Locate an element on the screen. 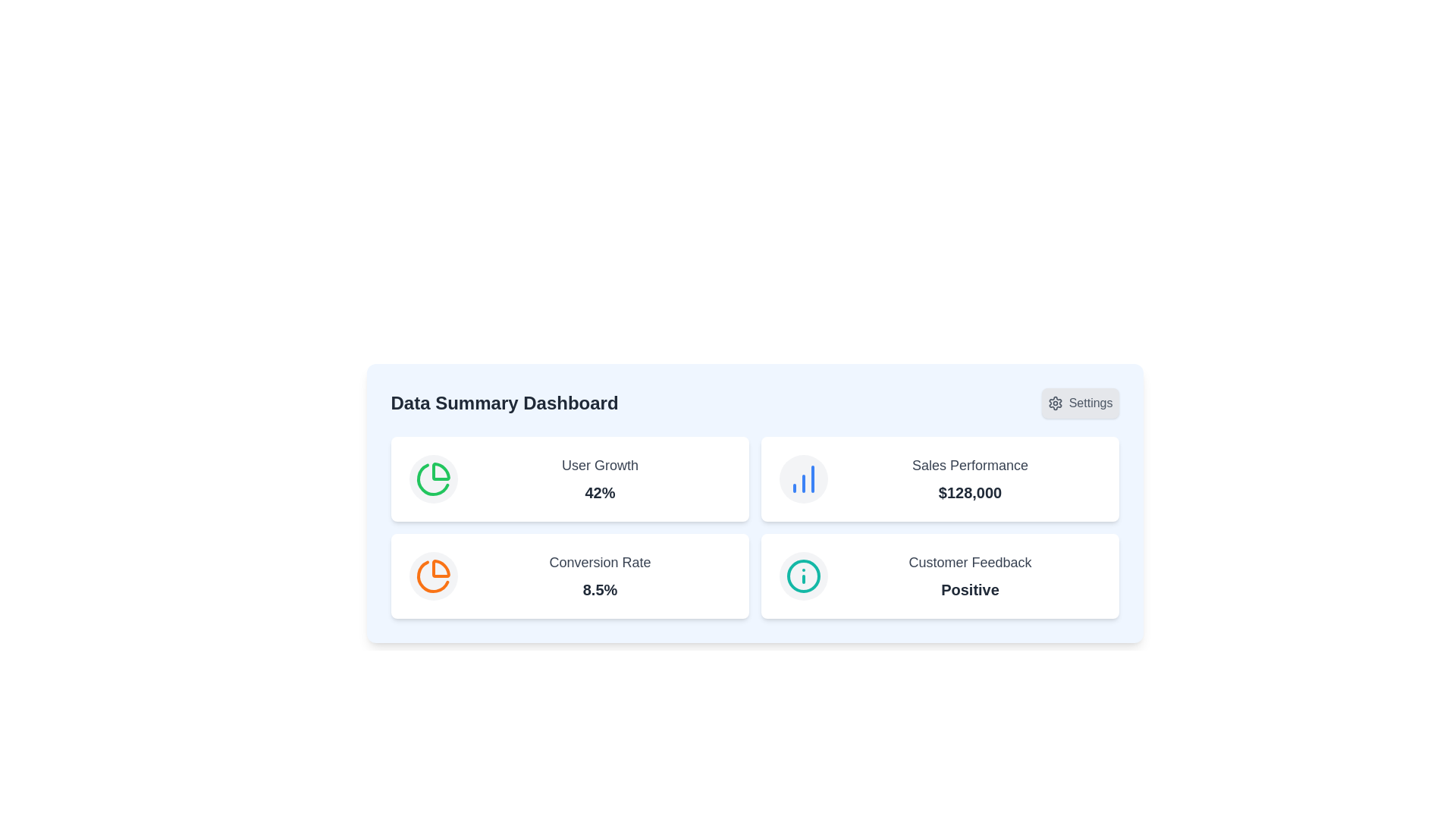 This screenshot has width=1456, height=819. the static text label indicating positive sentiment related to 'Customer Feedback', located in the bottom-right quadrant of the dashboard layout is located at coordinates (969, 589).